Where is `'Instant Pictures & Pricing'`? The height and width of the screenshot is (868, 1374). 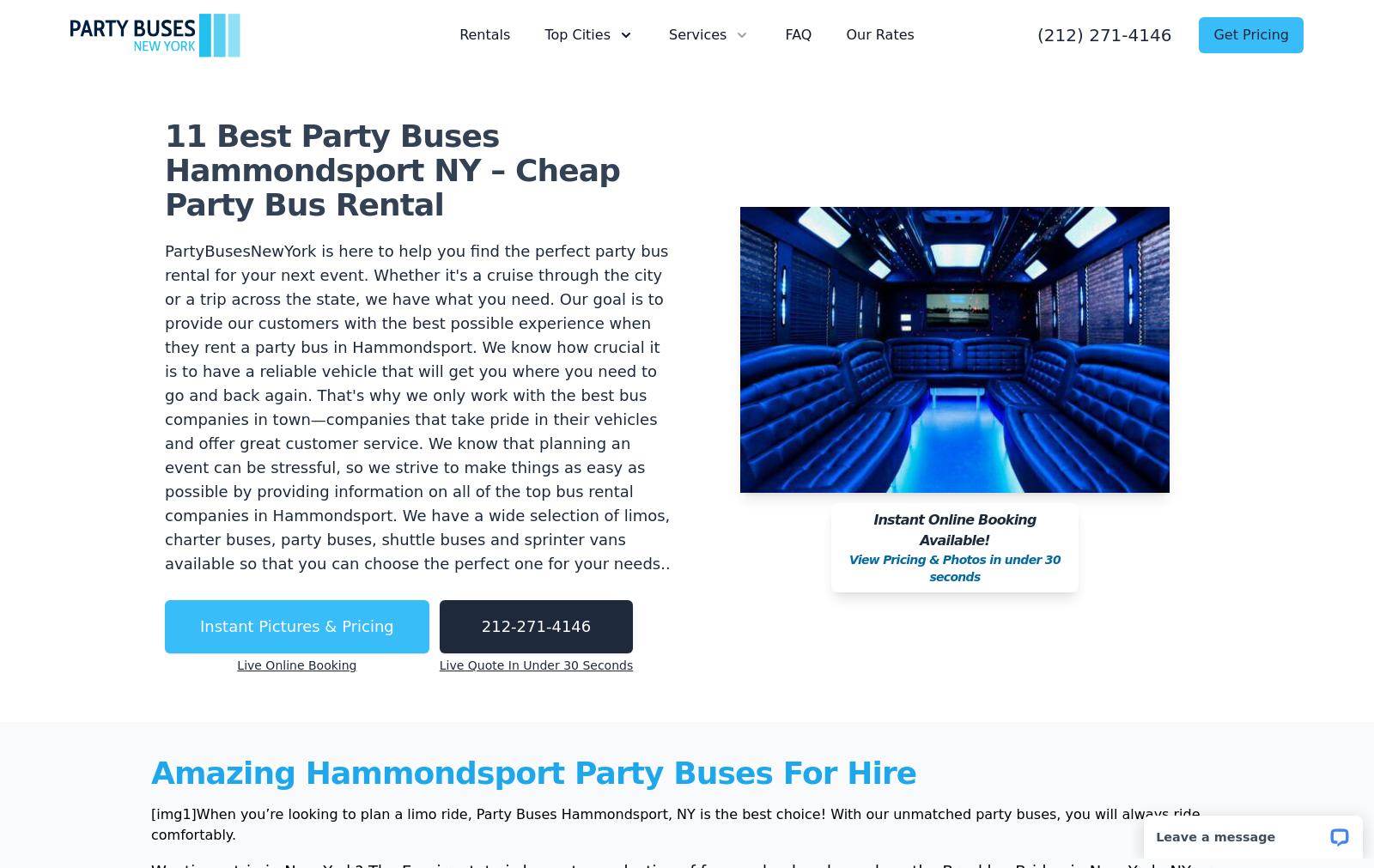
'Instant Pictures & Pricing' is located at coordinates (296, 624).